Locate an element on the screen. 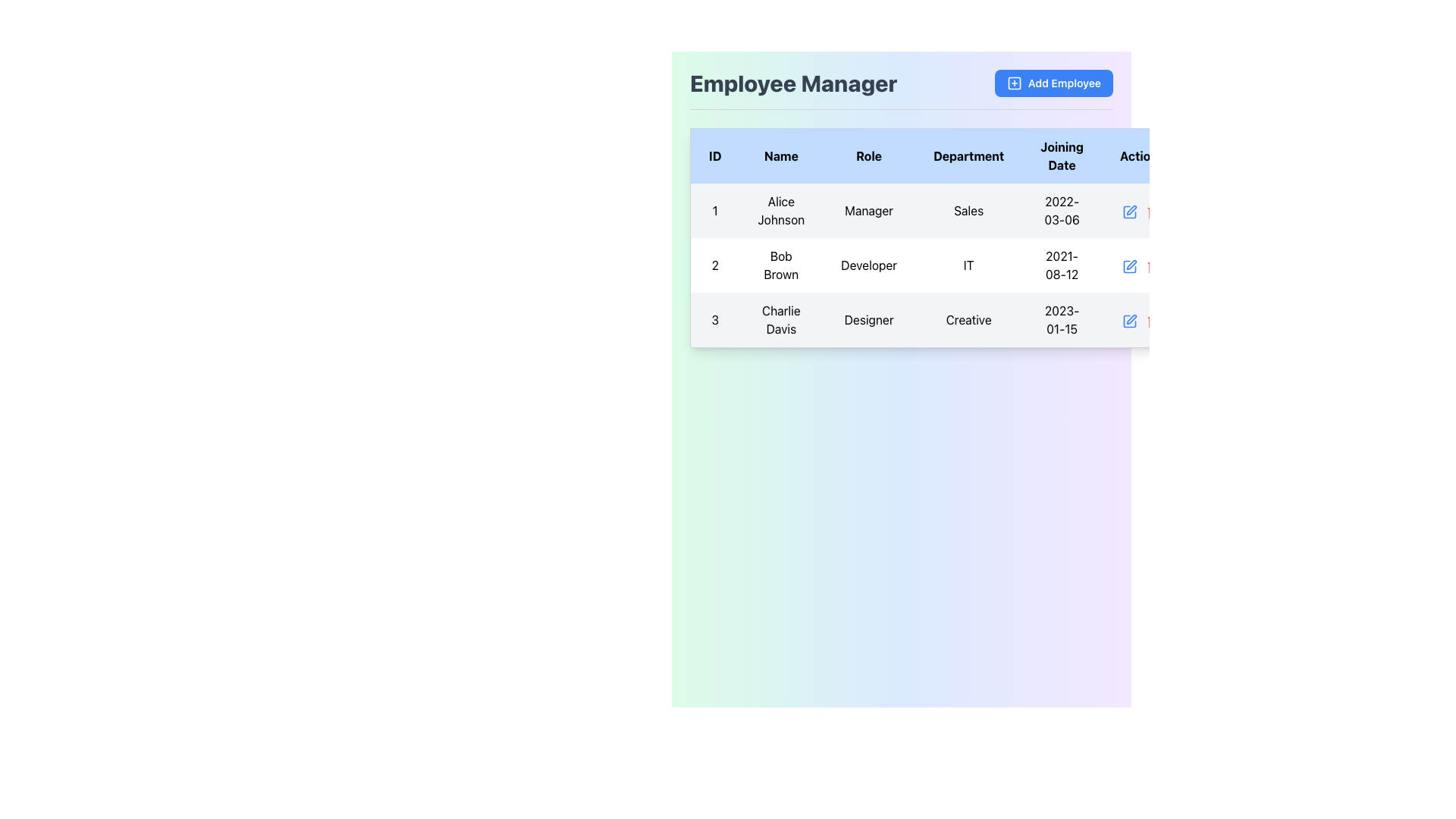  the small blue pen icon button in the 'Actions' section is located at coordinates (1130, 210).